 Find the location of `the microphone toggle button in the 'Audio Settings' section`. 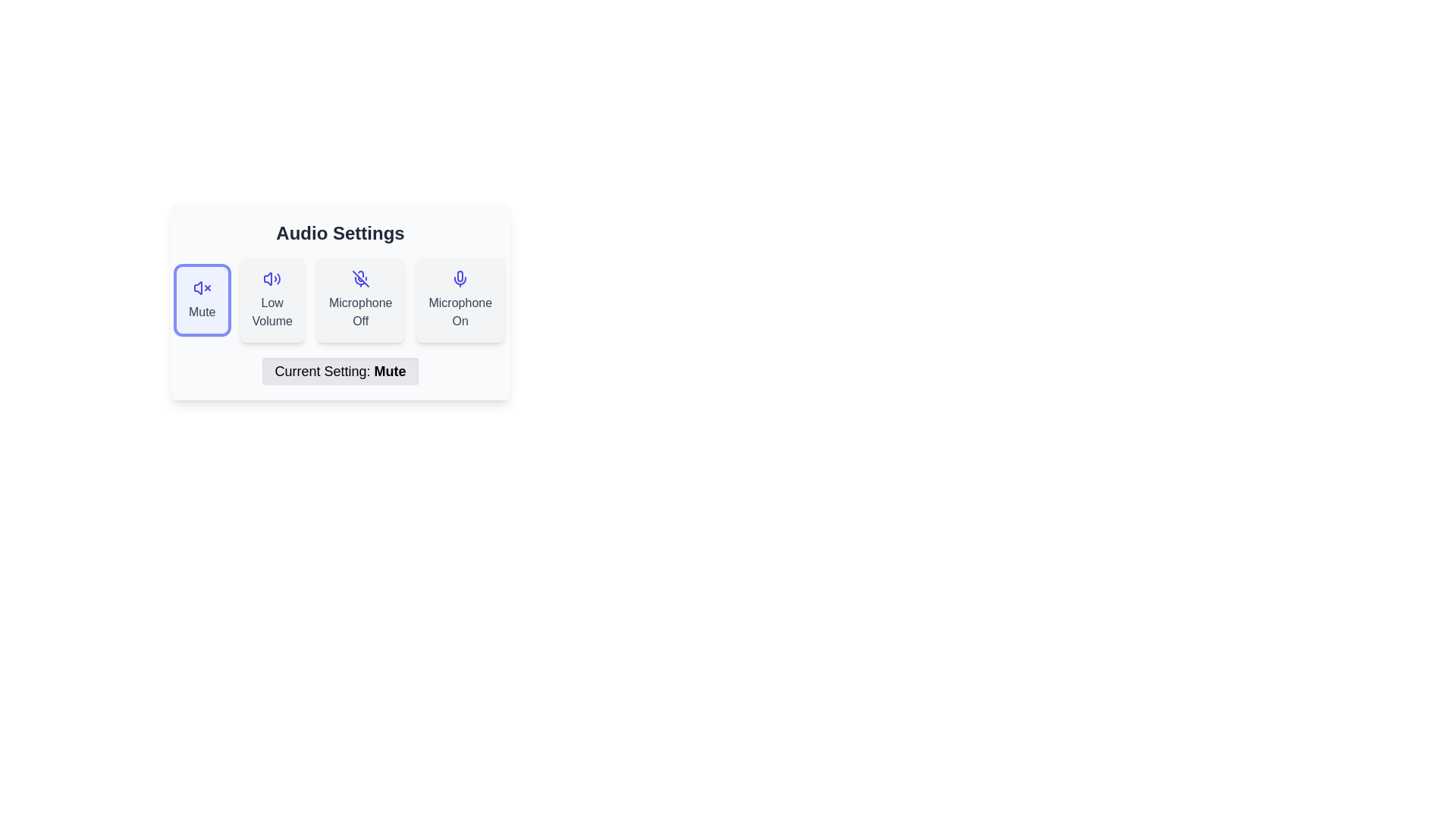

the microphone toggle button in the 'Audio Settings' section is located at coordinates (460, 300).